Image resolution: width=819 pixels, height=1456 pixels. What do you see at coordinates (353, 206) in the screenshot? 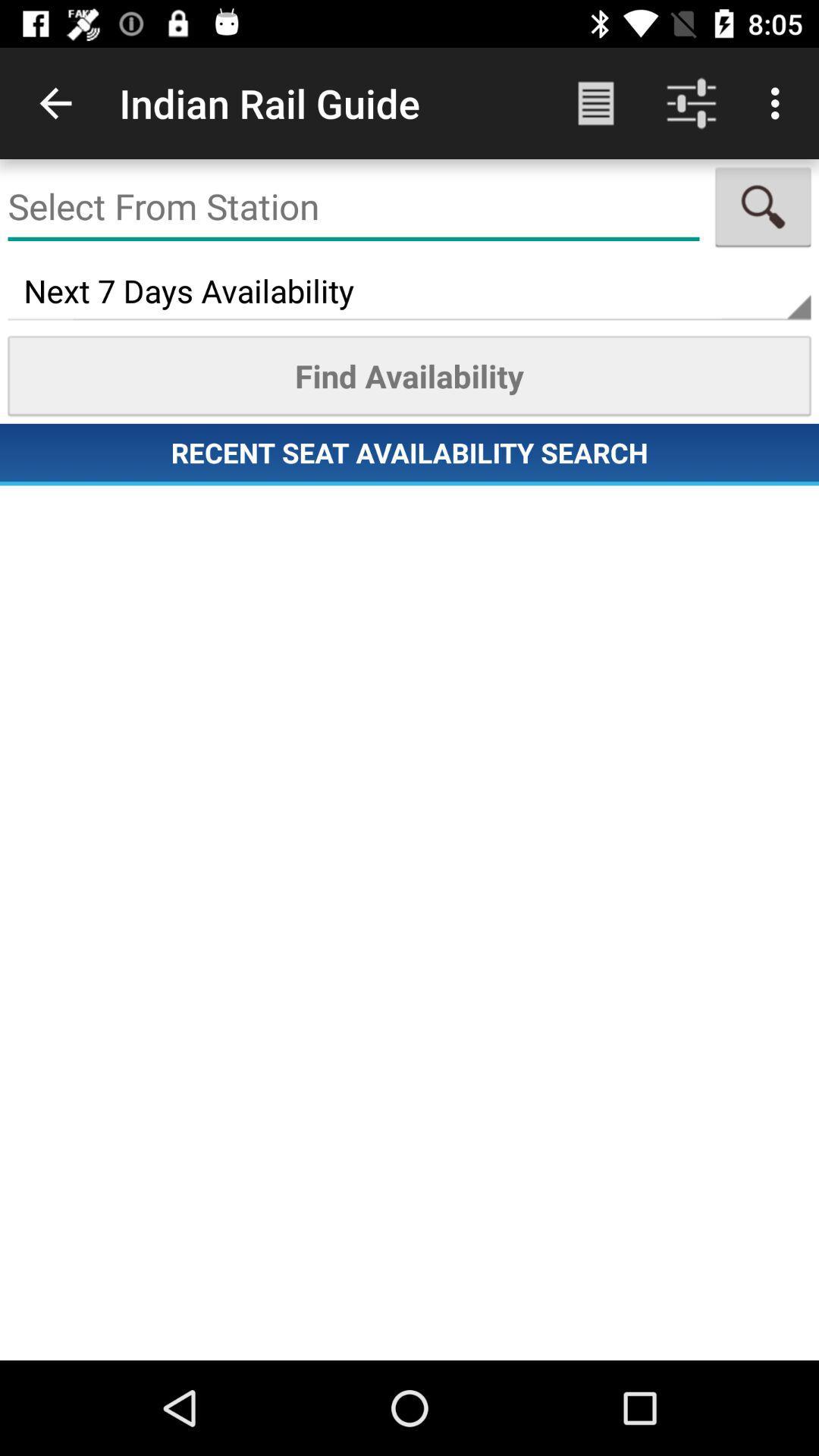
I see `the item above the next 7 days icon` at bounding box center [353, 206].